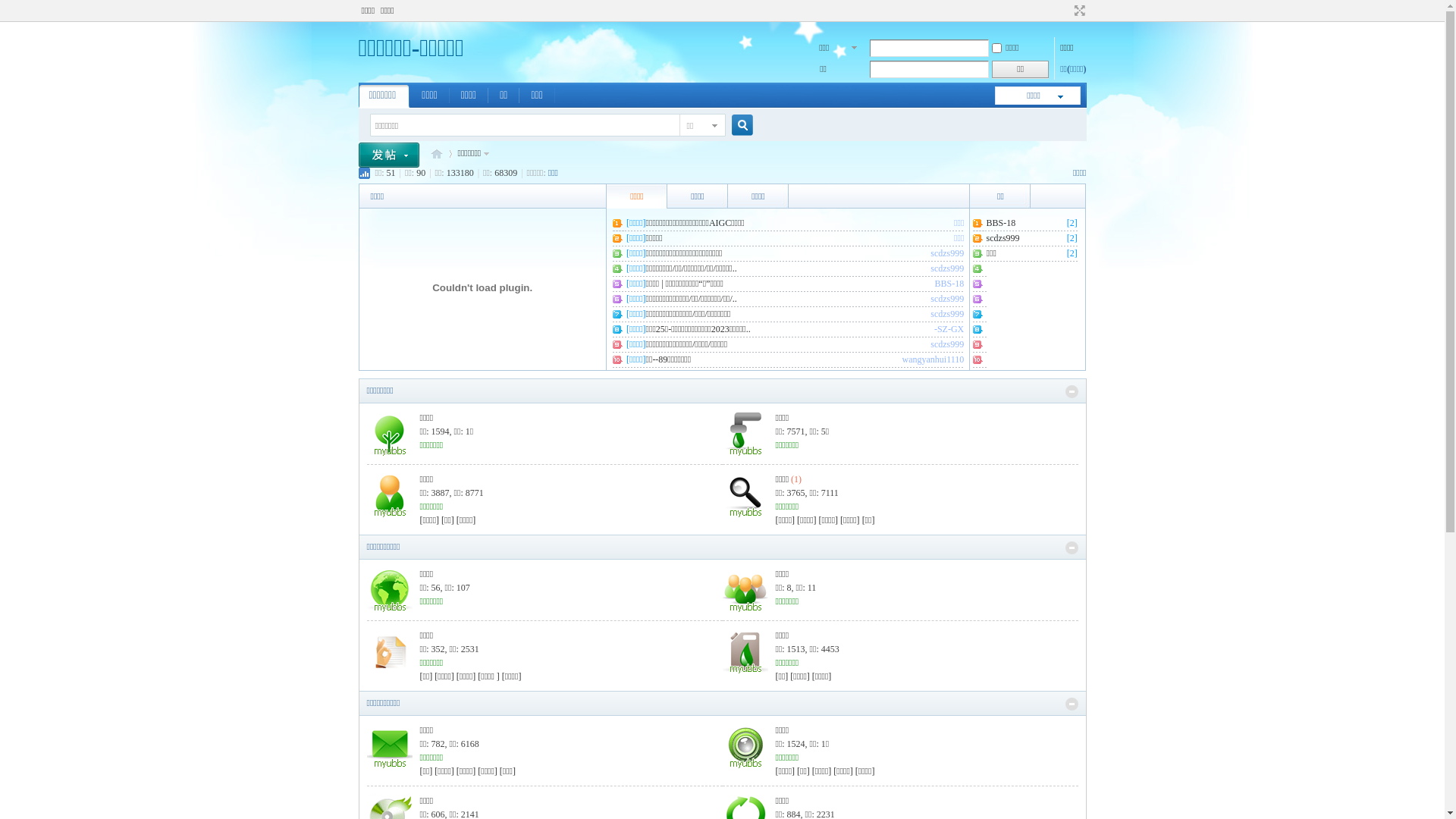 The width and height of the screenshot is (1456, 819). I want to click on '    ', so click(394, 153).